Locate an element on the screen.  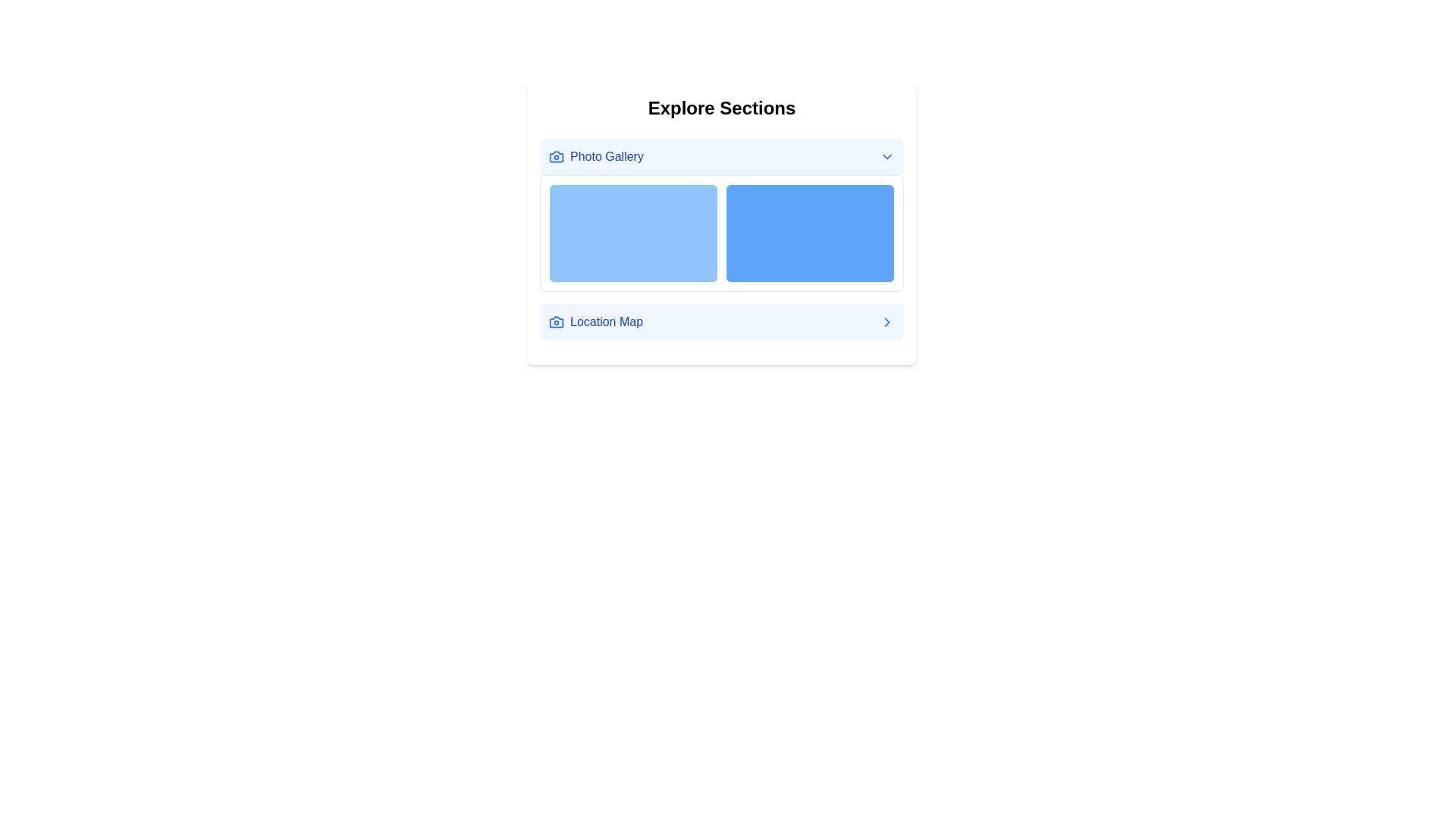
the dropdown arrow in the 'Photo Gallery' section is located at coordinates (887, 157).